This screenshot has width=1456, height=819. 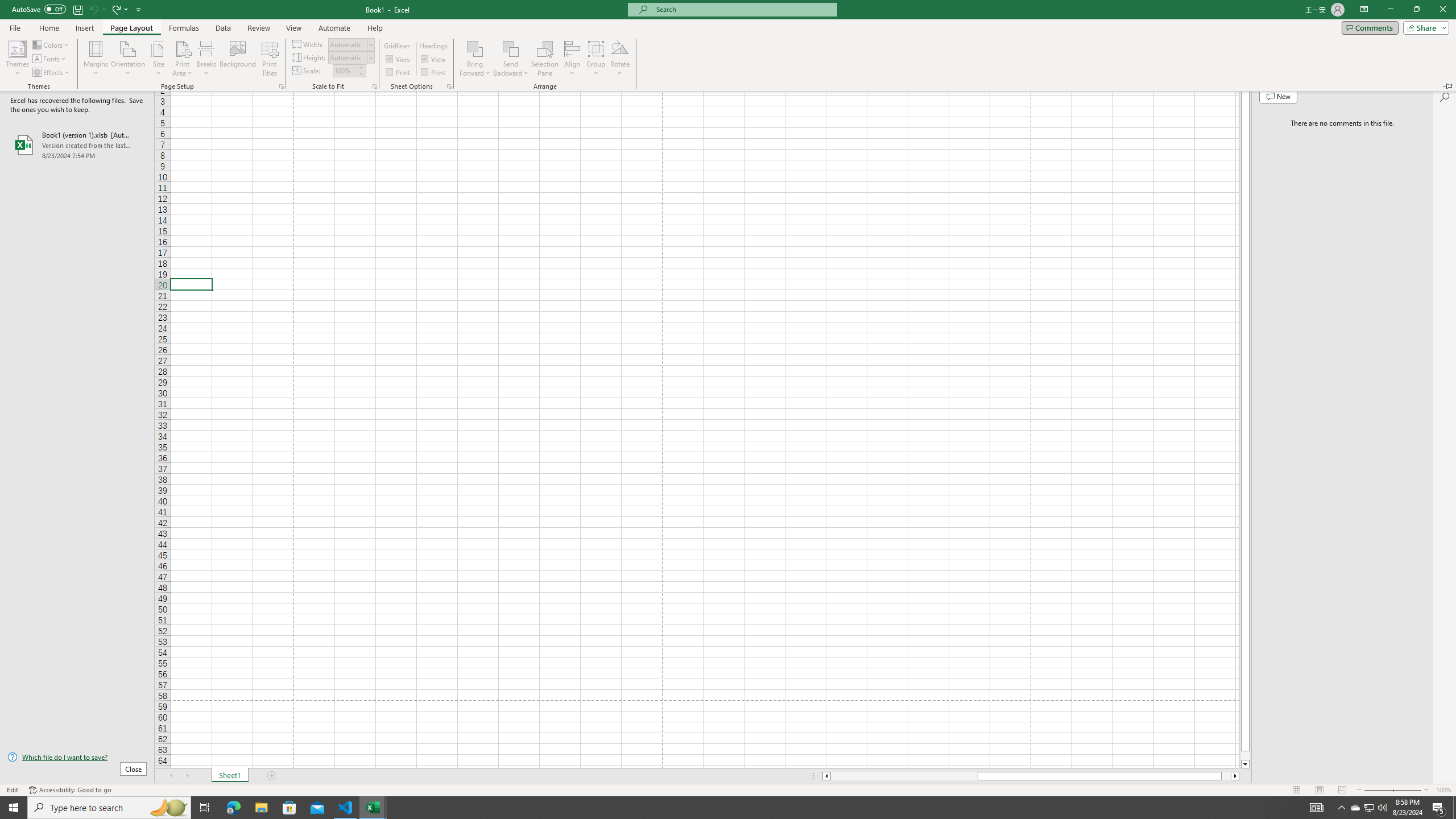 What do you see at coordinates (373, 806) in the screenshot?
I see `'Visual Studio Code - 1 running window'` at bounding box center [373, 806].